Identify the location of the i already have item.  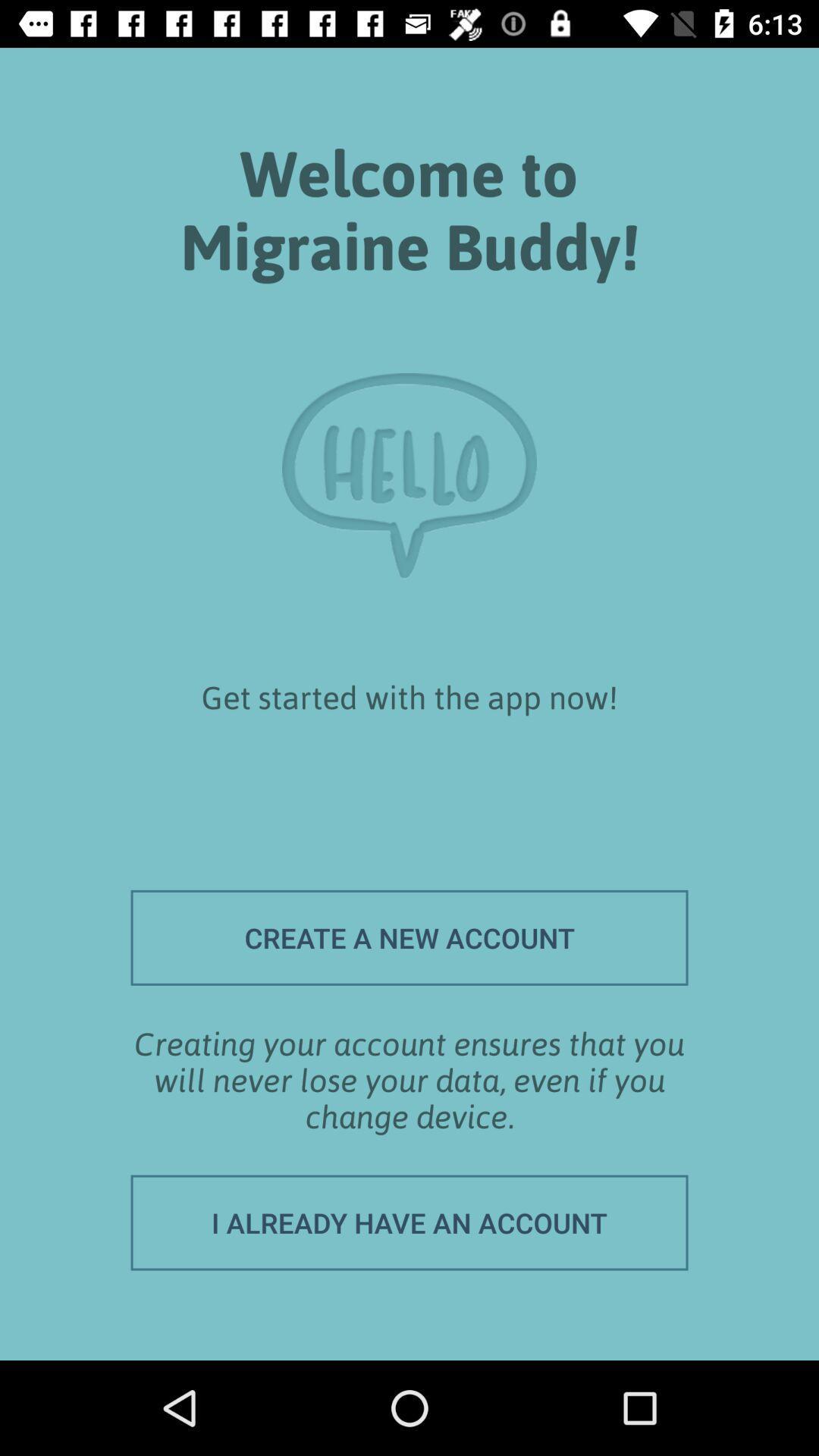
(409, 1222).